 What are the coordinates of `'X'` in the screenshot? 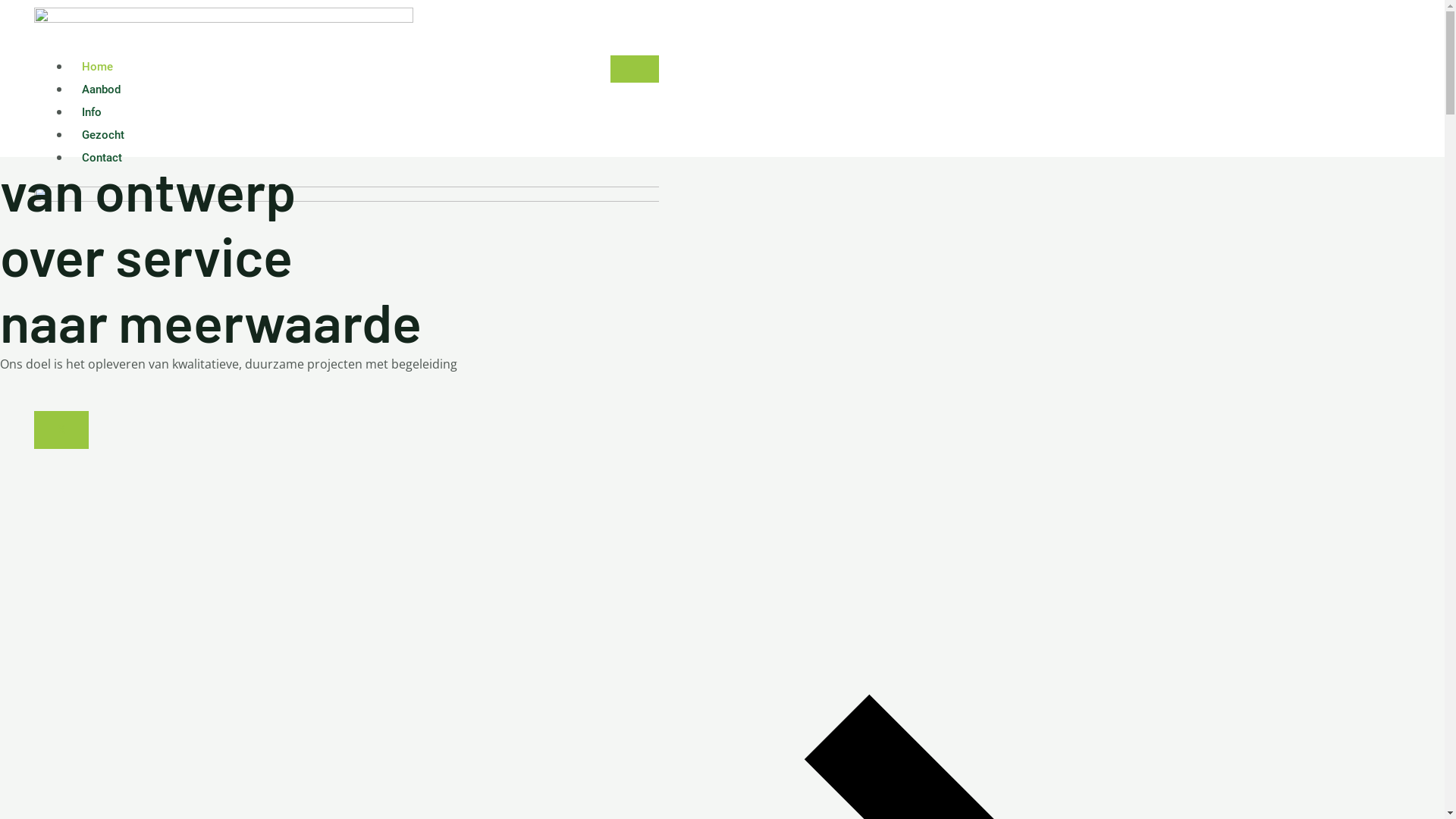 It's located at (61, 430).